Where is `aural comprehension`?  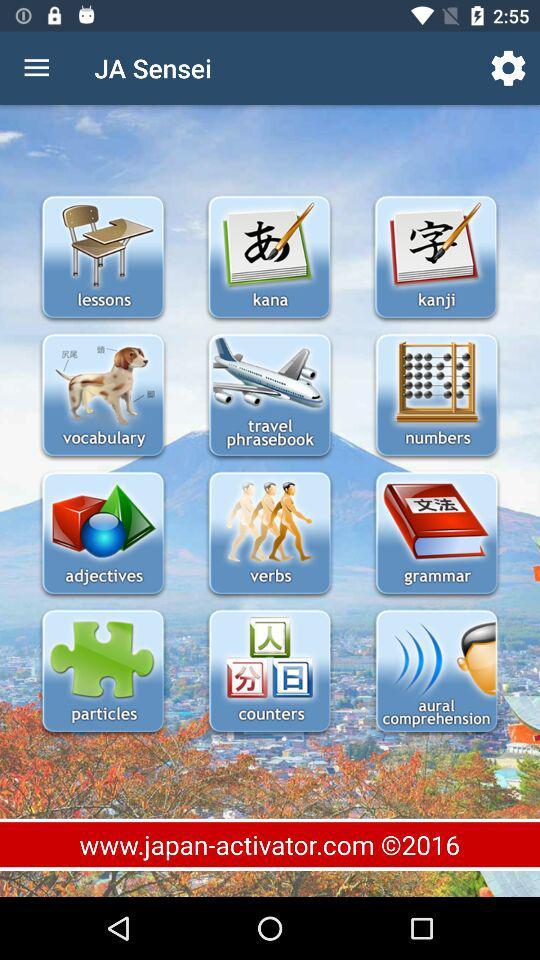
aural comprehension is located at coordinates (435, 673).